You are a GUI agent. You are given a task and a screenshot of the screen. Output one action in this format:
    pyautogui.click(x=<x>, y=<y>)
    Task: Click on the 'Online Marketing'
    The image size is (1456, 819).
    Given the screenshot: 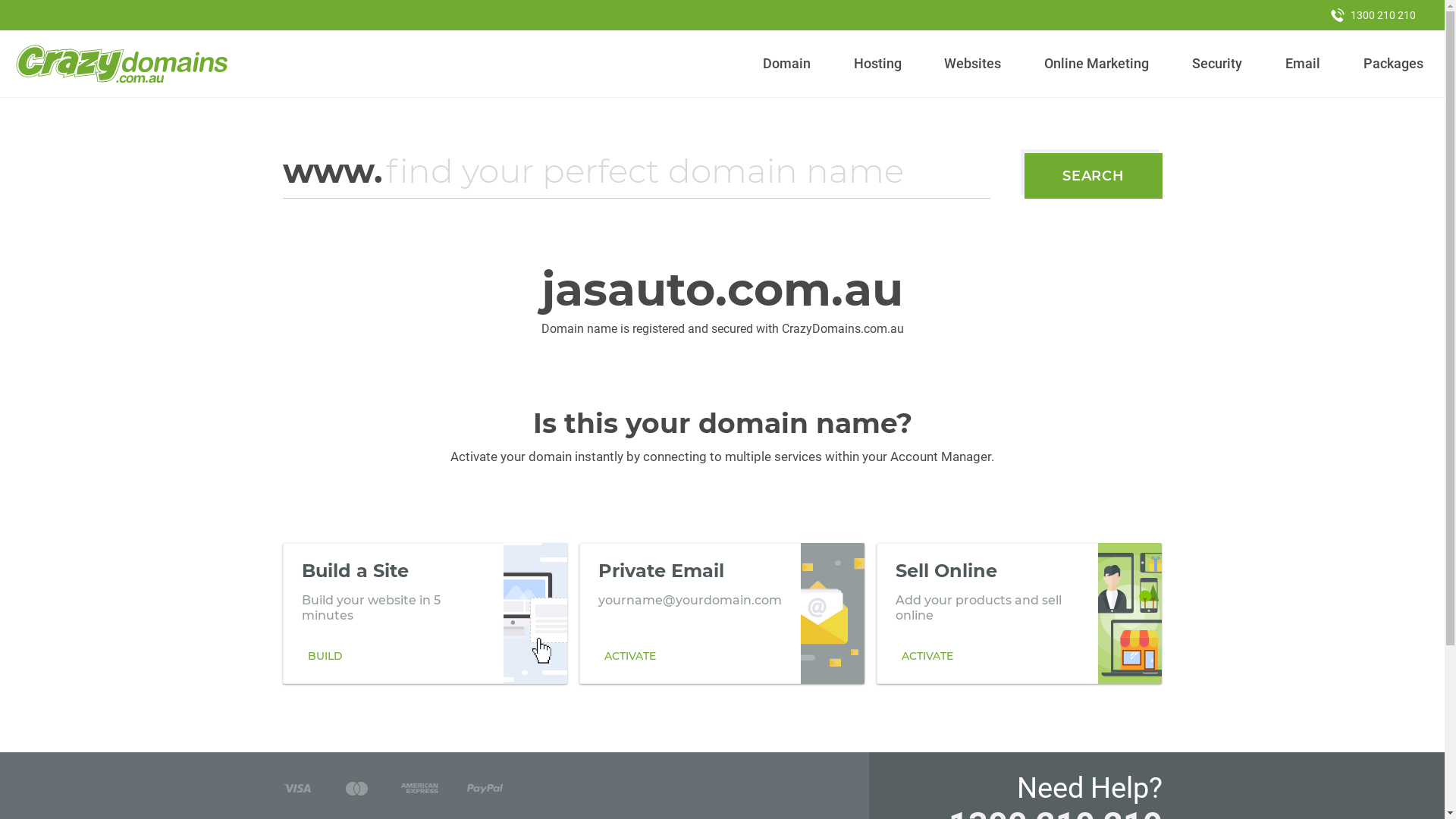 What is the action you would take?
    pyautogui.click(x=1097, y=63)
    